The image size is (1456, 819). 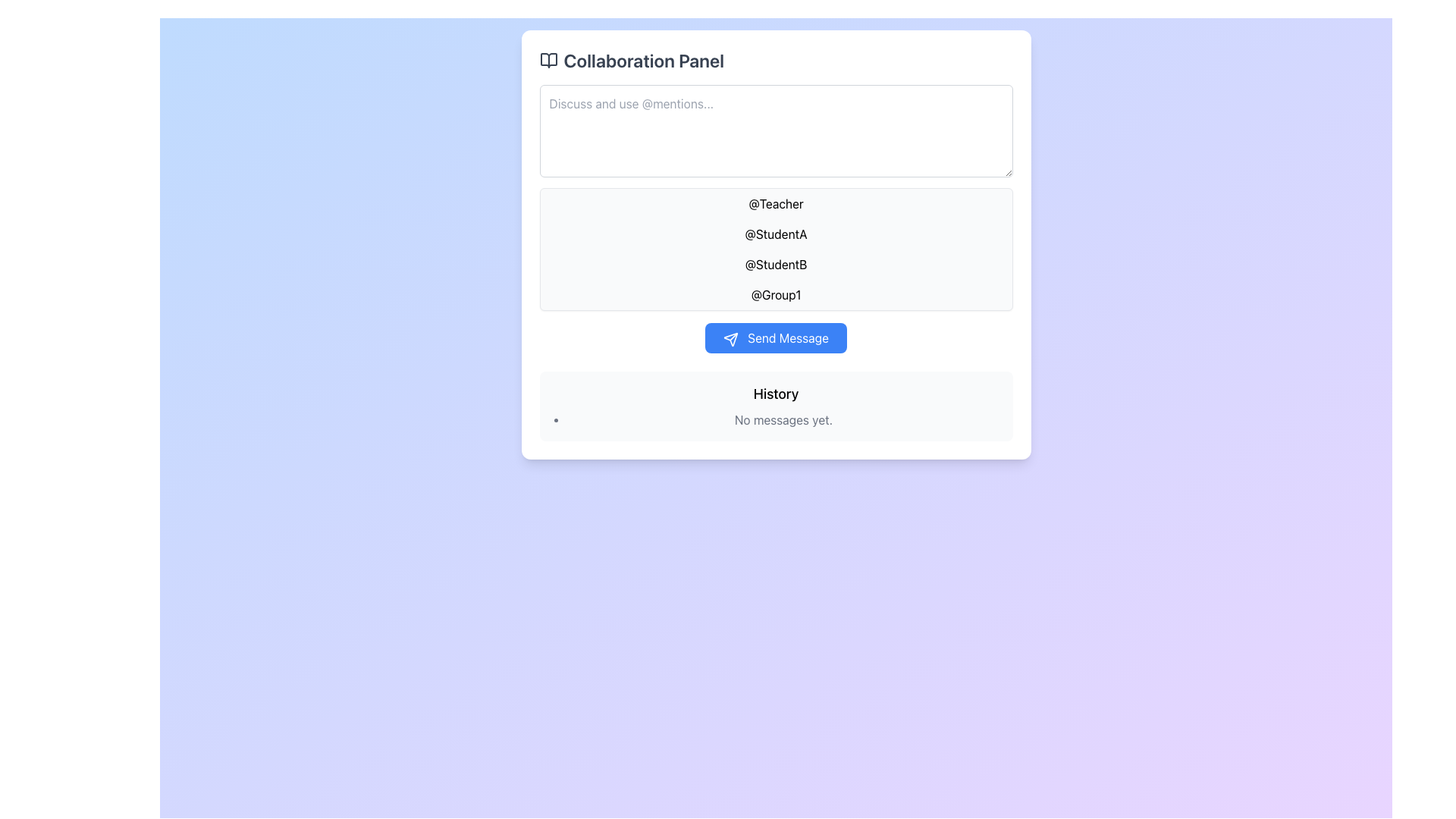 What do you see at coordinates (776, 234) in the screenshot?
I see `the second list item in the vertical grouping of four, which is styled to suggest interactivity, located below '@Teacher' and above '@StudentB'` at bounding box center [776, 234].